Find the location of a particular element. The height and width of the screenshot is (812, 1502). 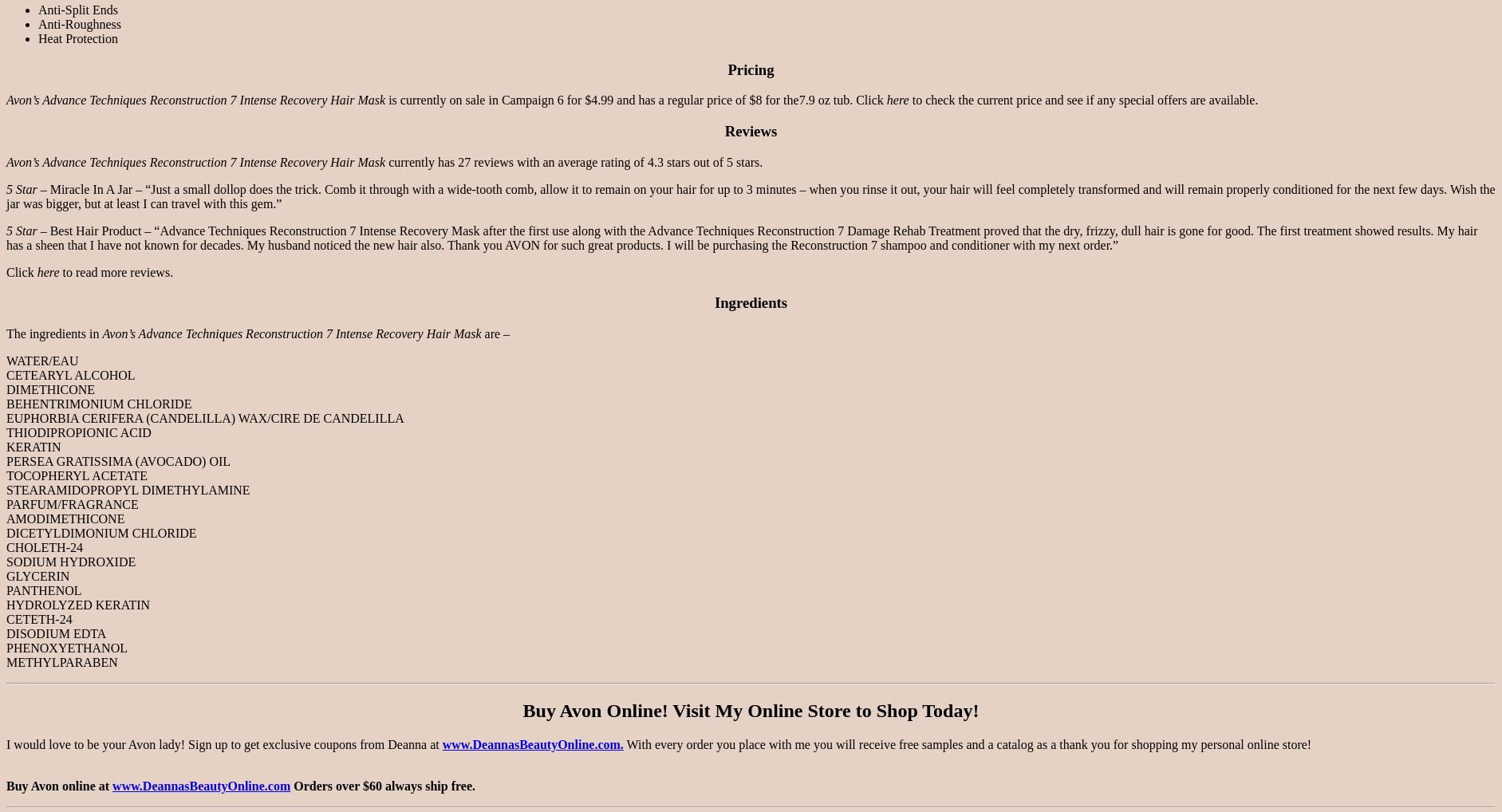

'Ingredients' is located at coordinates (712, 302).